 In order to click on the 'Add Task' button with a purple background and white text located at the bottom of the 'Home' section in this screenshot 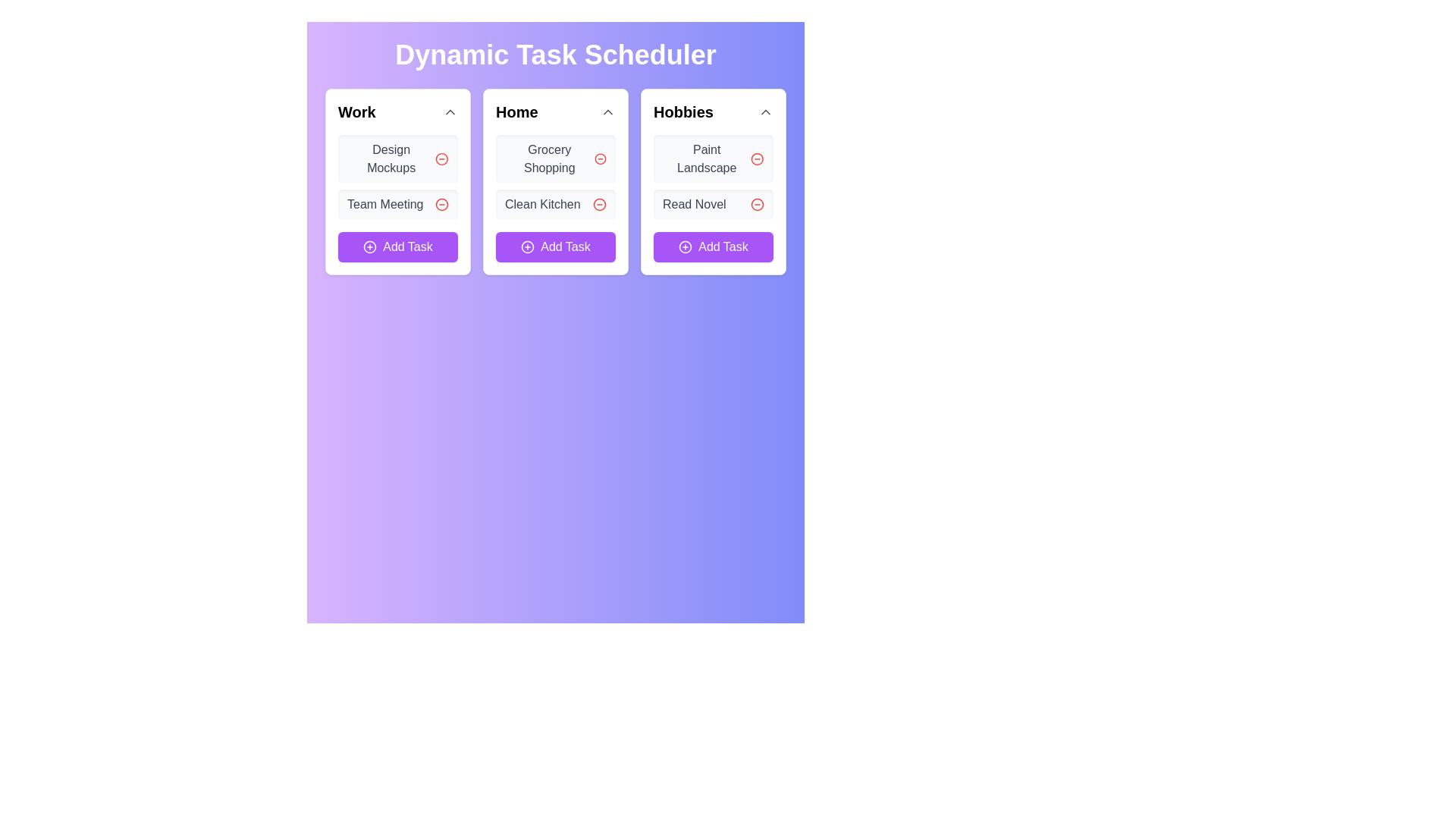, I will do `click(555, 246)`.